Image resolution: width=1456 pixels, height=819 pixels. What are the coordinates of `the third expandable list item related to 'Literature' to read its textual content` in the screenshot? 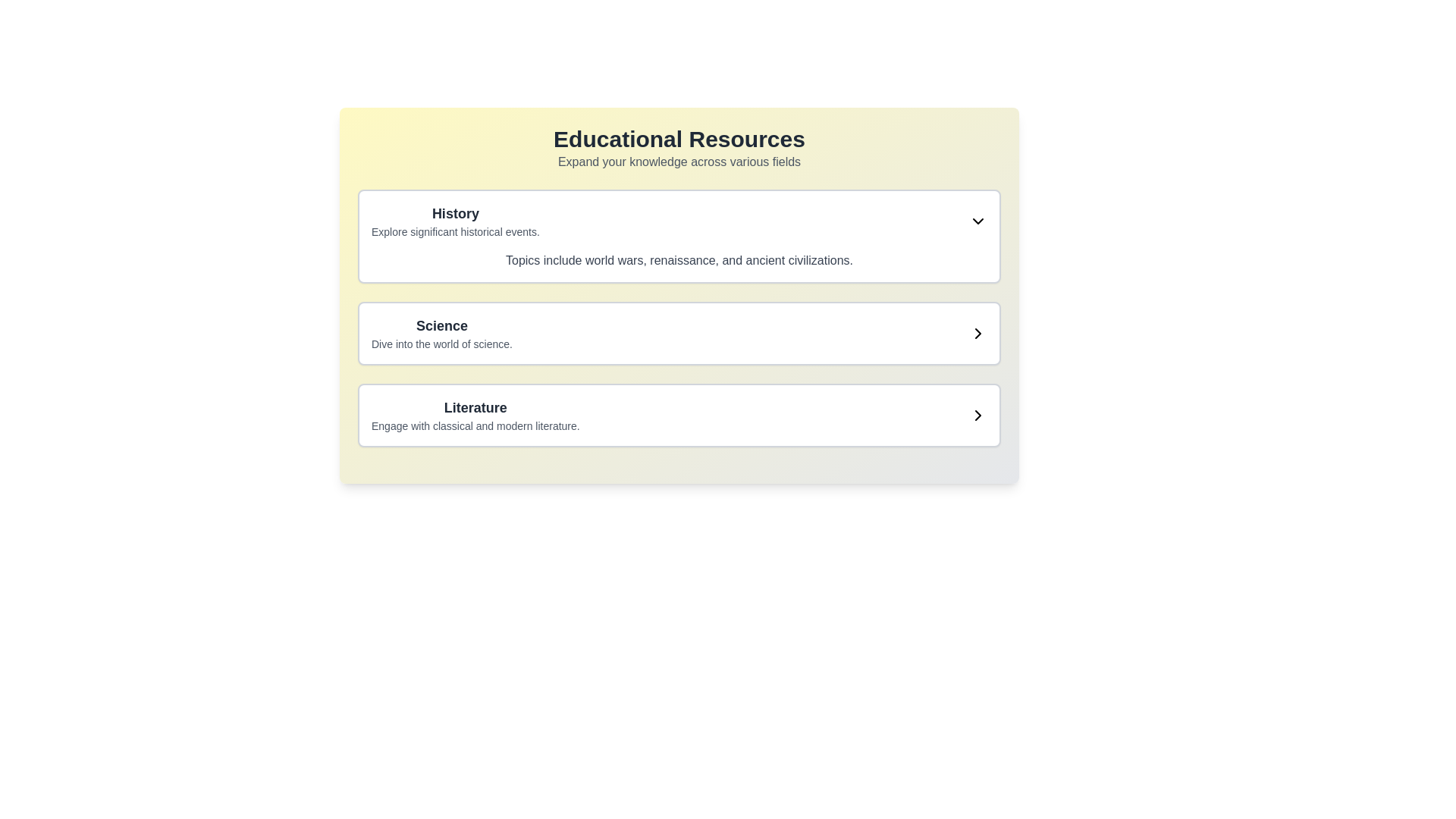 It's located at (679, 415).